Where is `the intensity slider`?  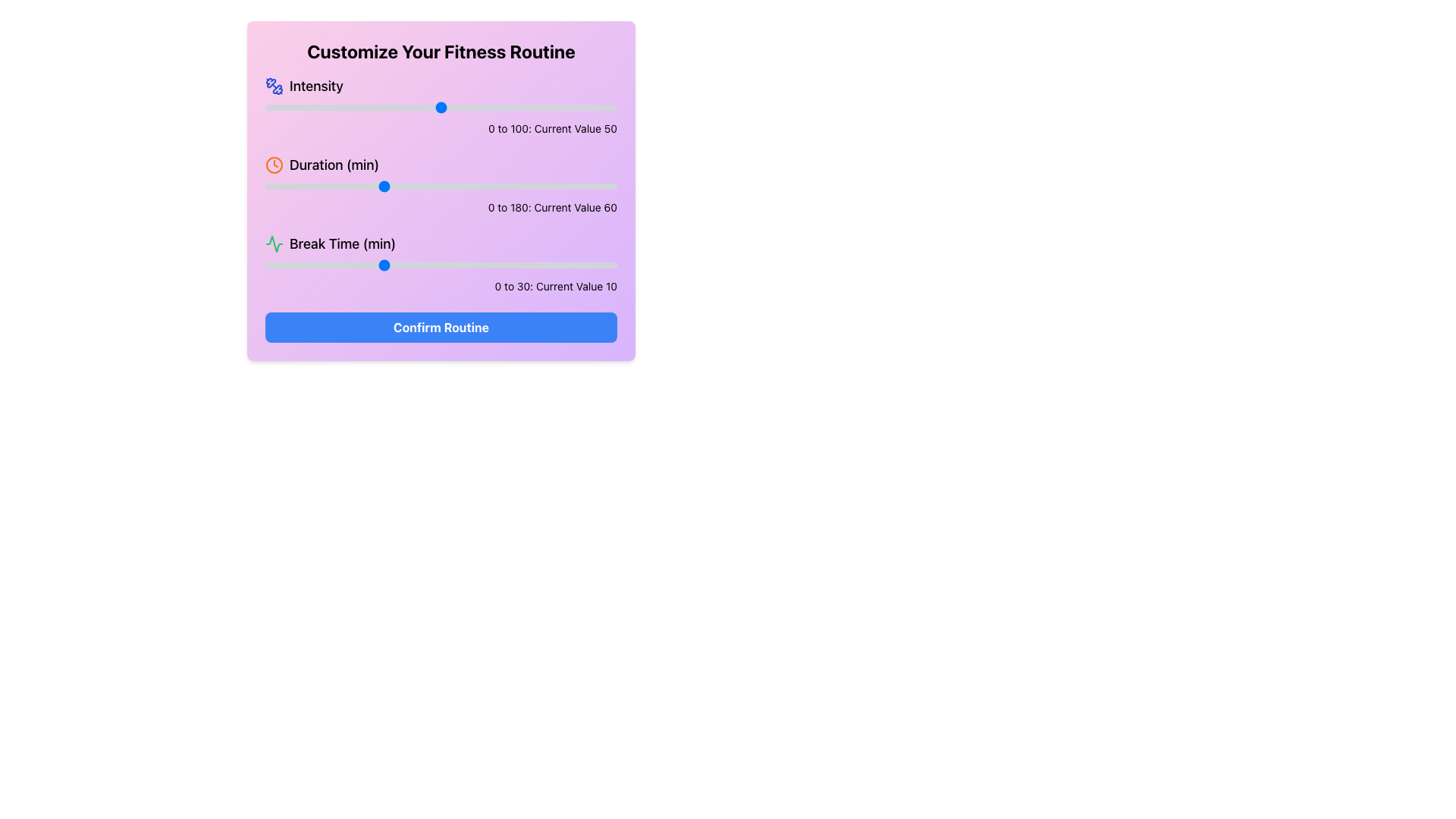 the intensity slider is located at coordinates (286, 107).